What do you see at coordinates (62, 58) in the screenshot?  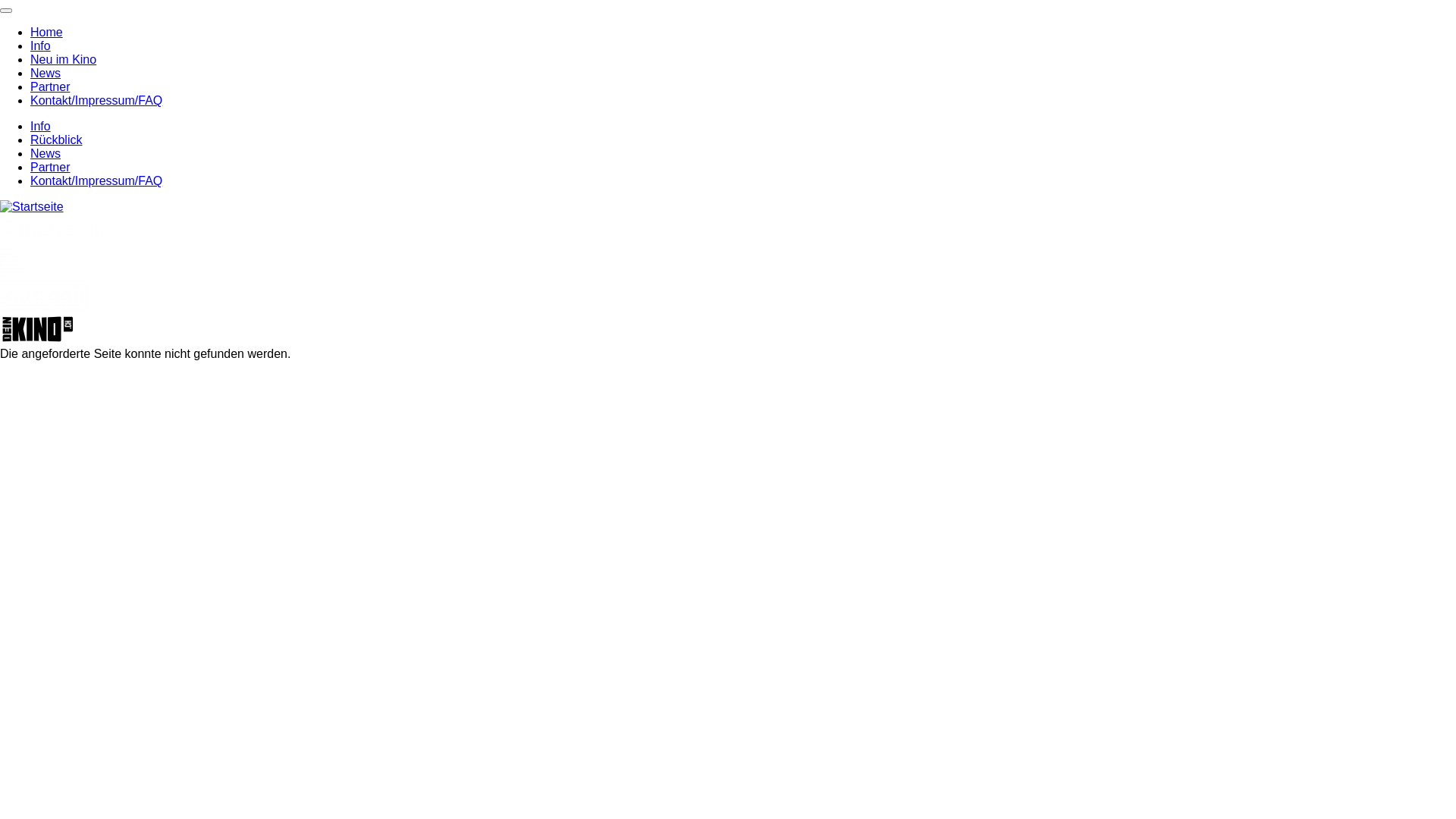 I see `'Neu im Kino'` at bounding box center [62, 58].